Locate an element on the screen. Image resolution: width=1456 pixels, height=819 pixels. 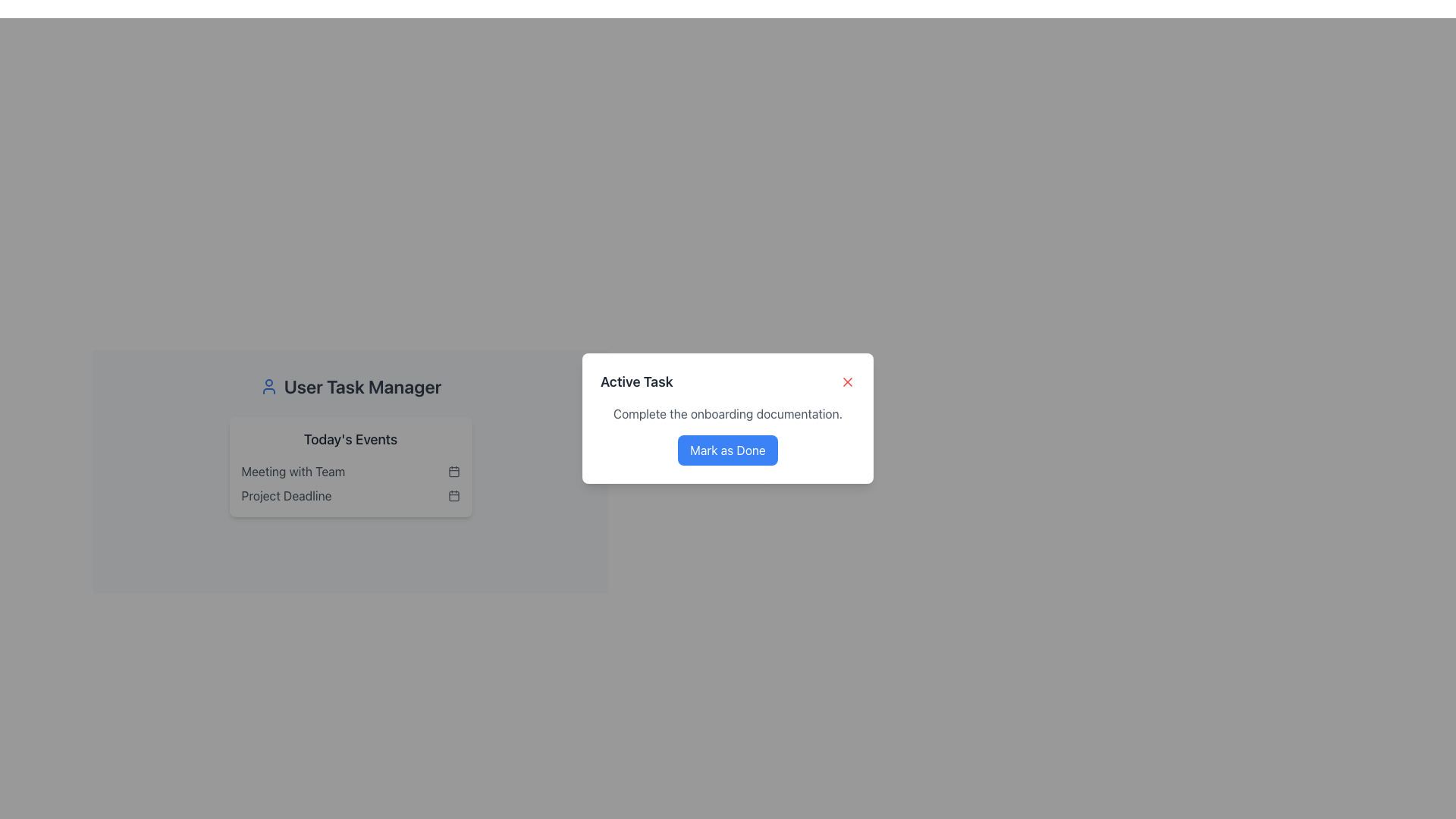
the Text Label that serves as the heading for today's events, located at the top of the card is located at coordinates (350, 439).